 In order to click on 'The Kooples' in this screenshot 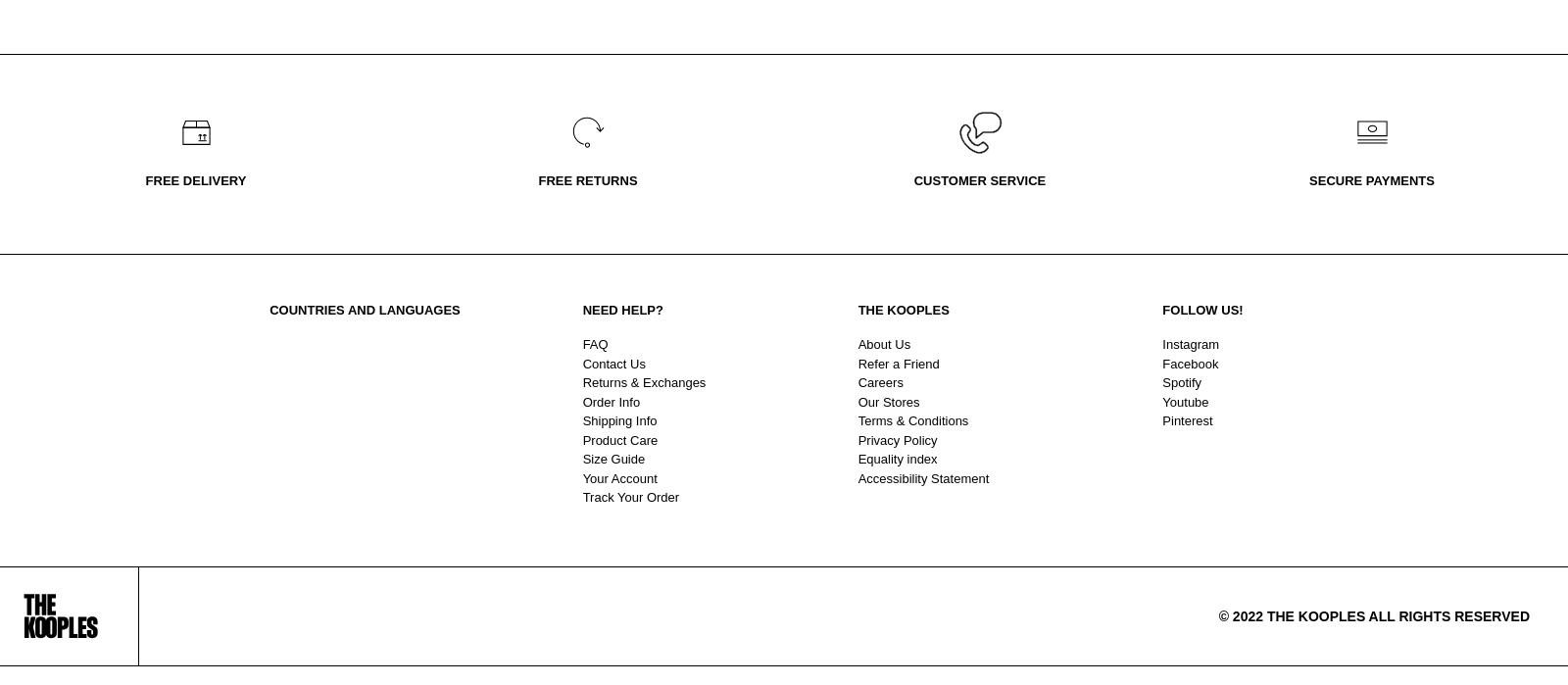, I will do `click(902, 310)`.